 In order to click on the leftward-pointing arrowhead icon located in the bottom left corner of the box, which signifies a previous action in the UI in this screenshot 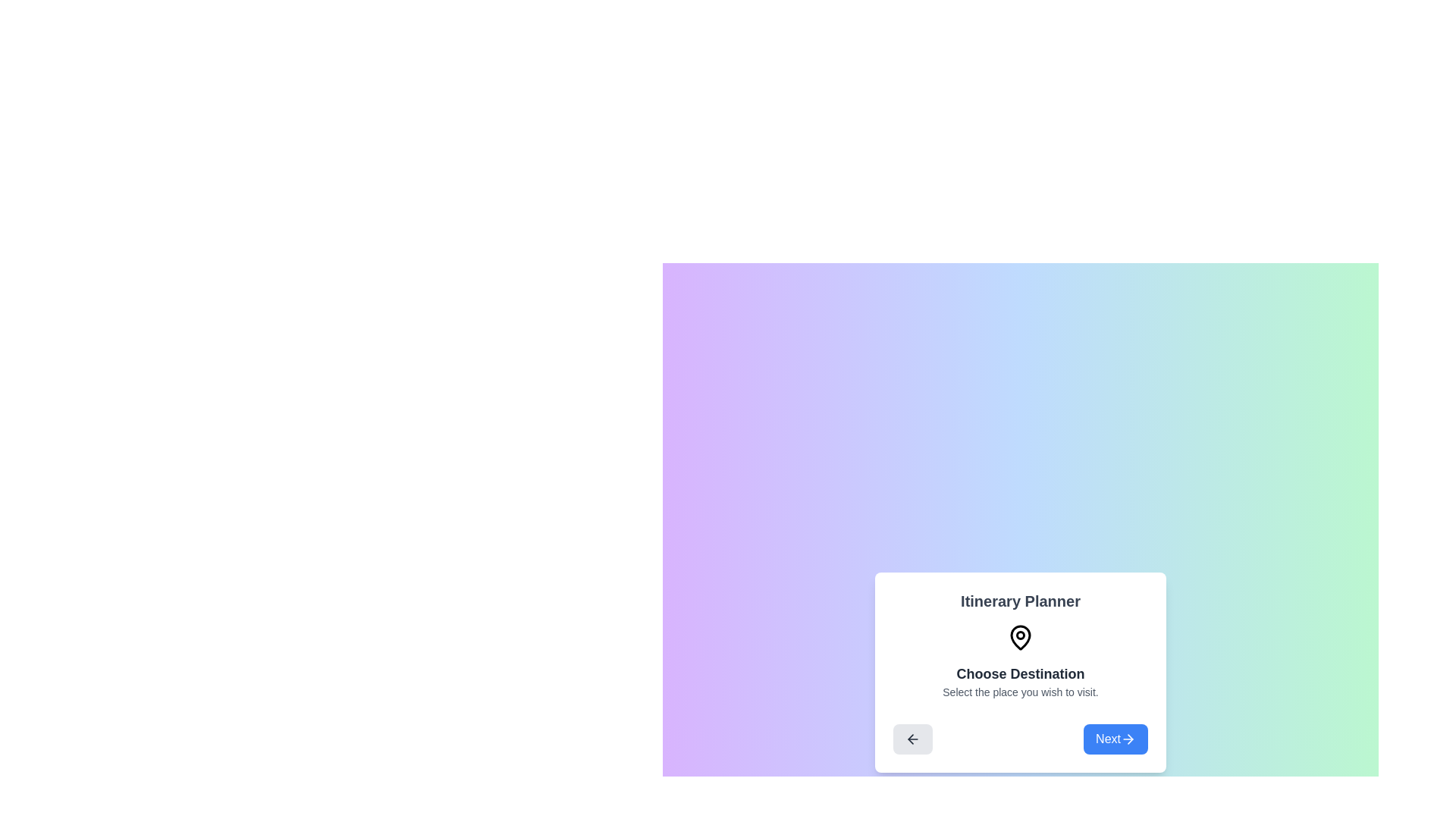, I will do `click(910, 739)`.